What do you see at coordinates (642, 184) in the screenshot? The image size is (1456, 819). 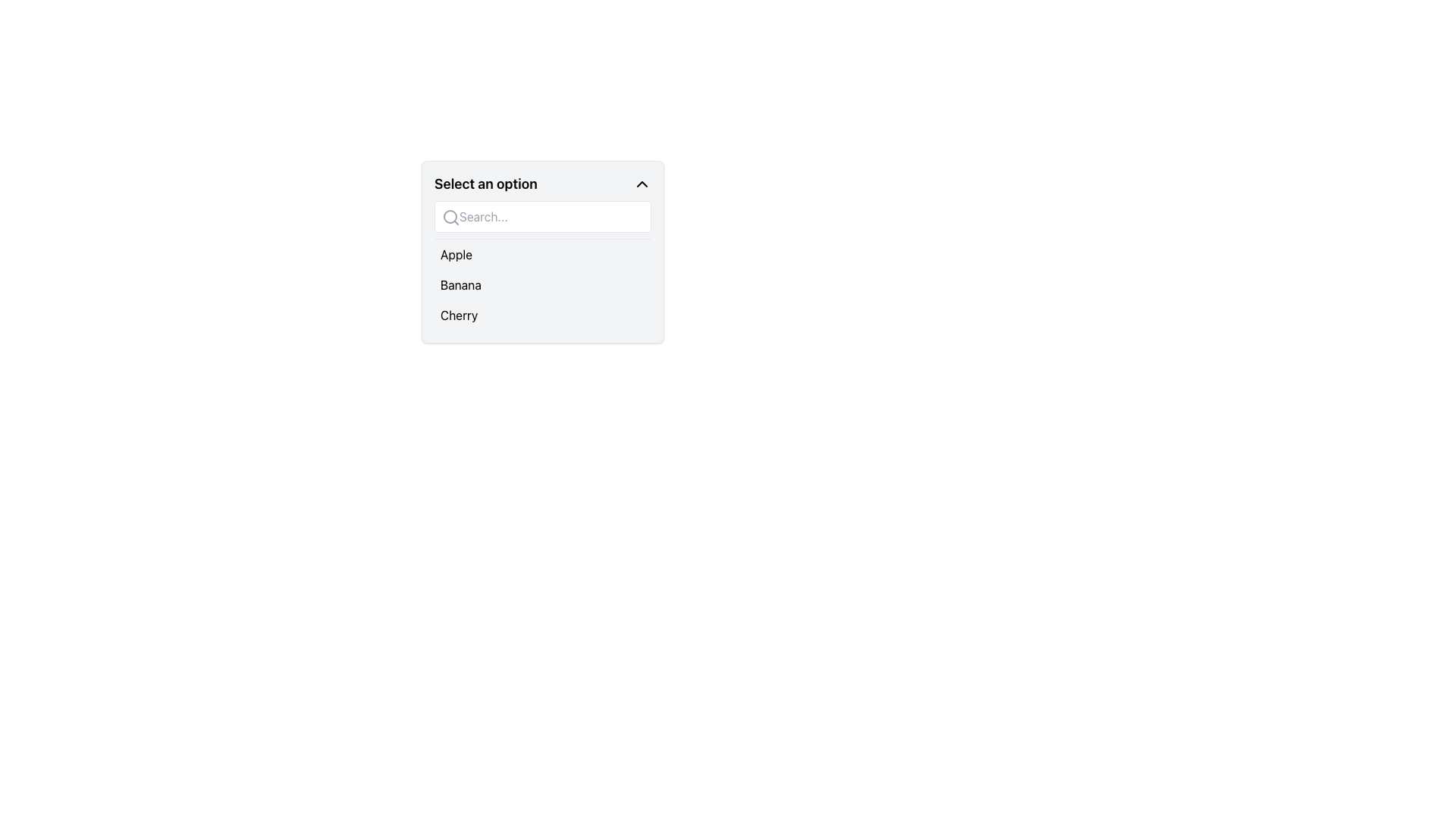 I see `the toggle icon located at the far right of the dropdown header` at bounding box center [642, 184].